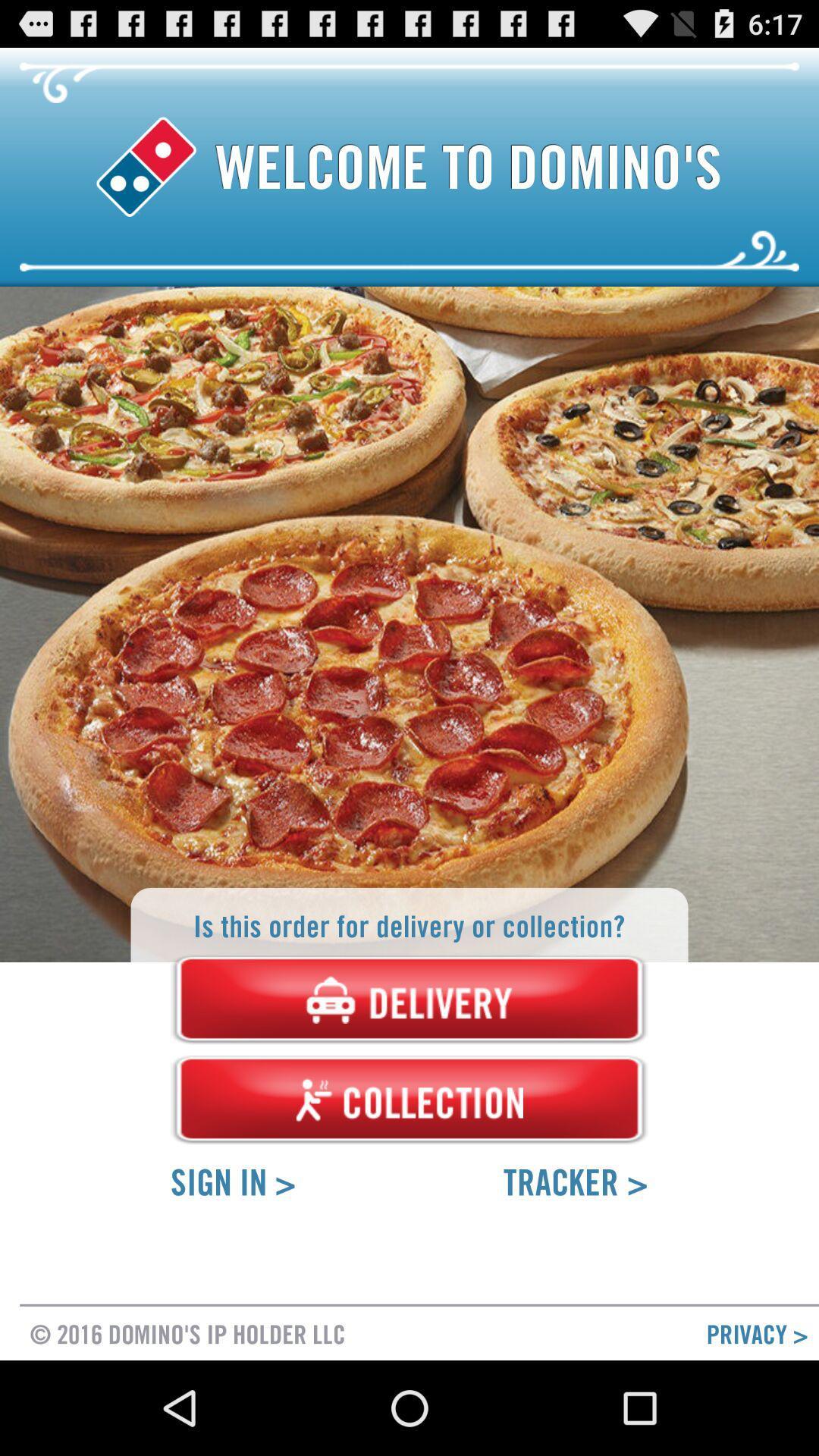 The height and width of the screenshot is (1456, 819). Describe the element at coordinates (409, 999) in the screenshot. I see `delivery` at that location.